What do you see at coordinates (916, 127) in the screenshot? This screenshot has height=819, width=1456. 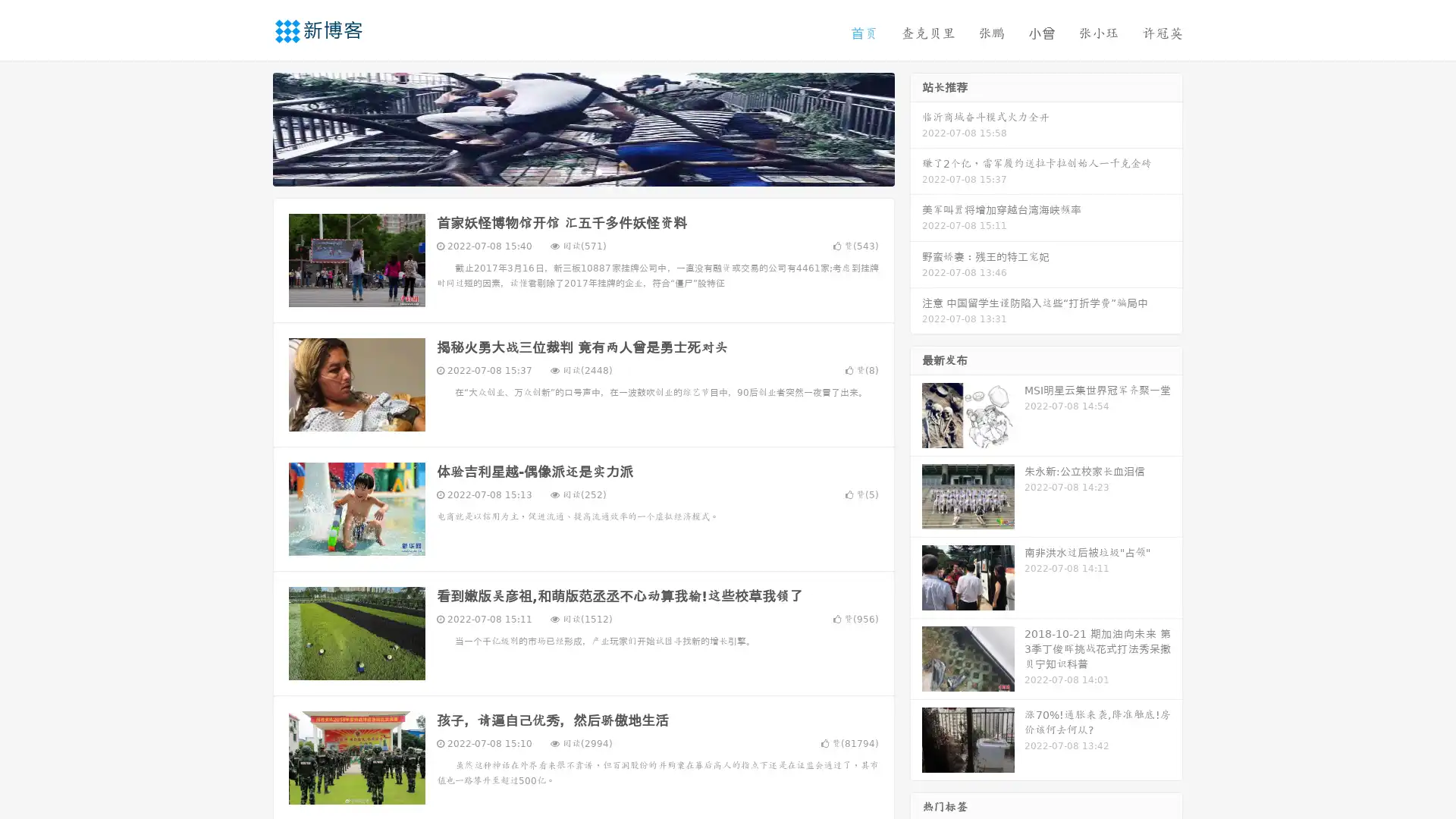 I see `Next slide` at bounding box center [916, 127].